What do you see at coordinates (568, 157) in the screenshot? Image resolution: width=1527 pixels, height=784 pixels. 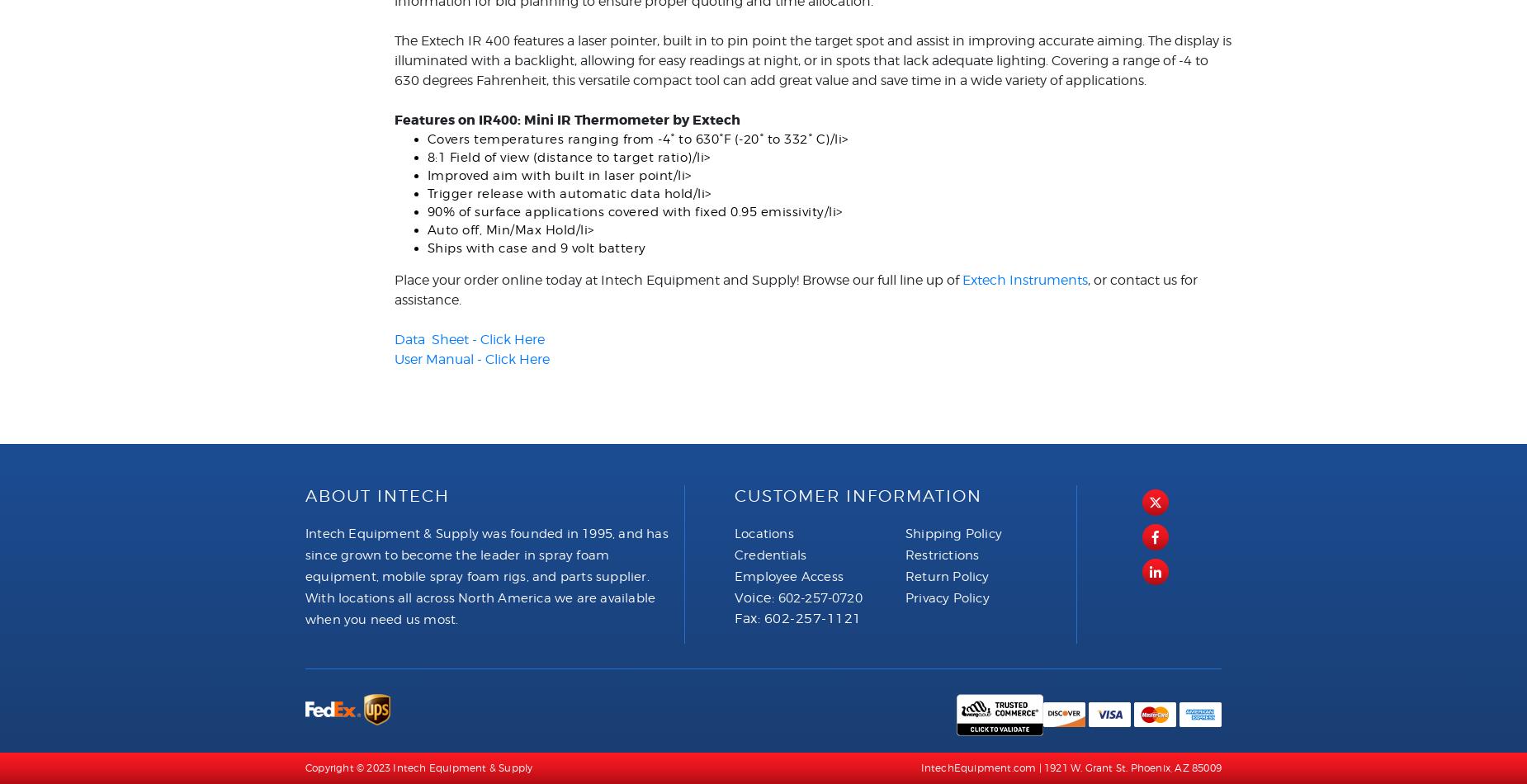 I see `'8:1 Field of view (distance to target ratio)/li>'` at bounding box center [568, 157].